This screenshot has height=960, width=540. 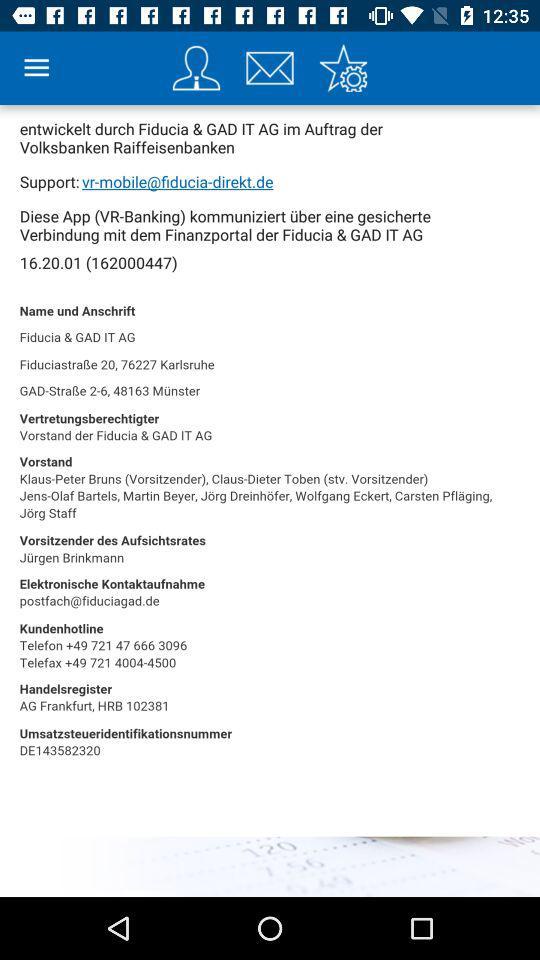 What do you see at coordinates (342, 68) in the screenshot?
I see `settings option` at bounding box center [342, 68].